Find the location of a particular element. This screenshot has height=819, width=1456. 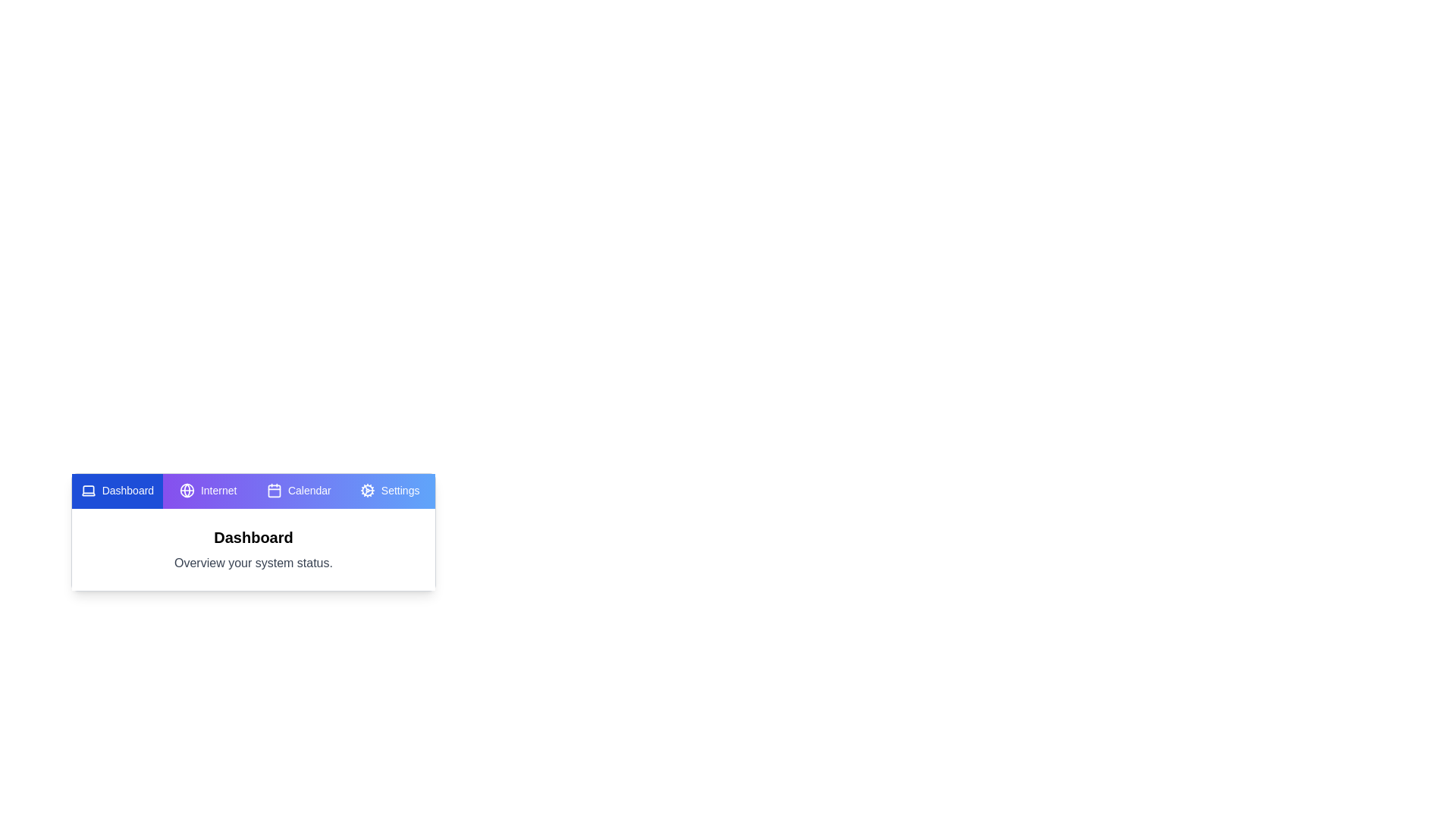

the tab labeled Internet to view its content is located at coordinates (207, 491).